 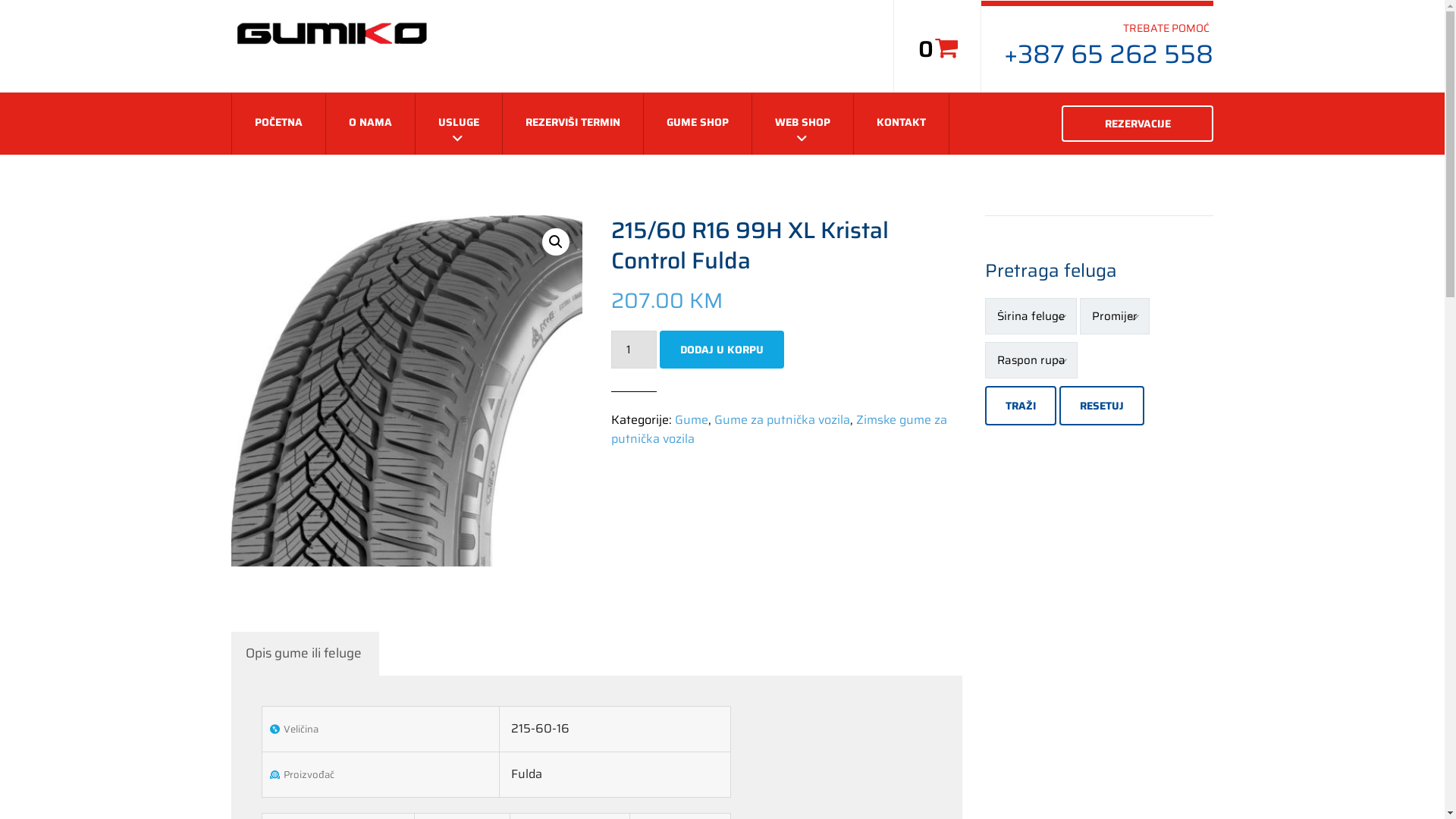 I want to click on 'RESETUJ', so click(x=1102, y=405).